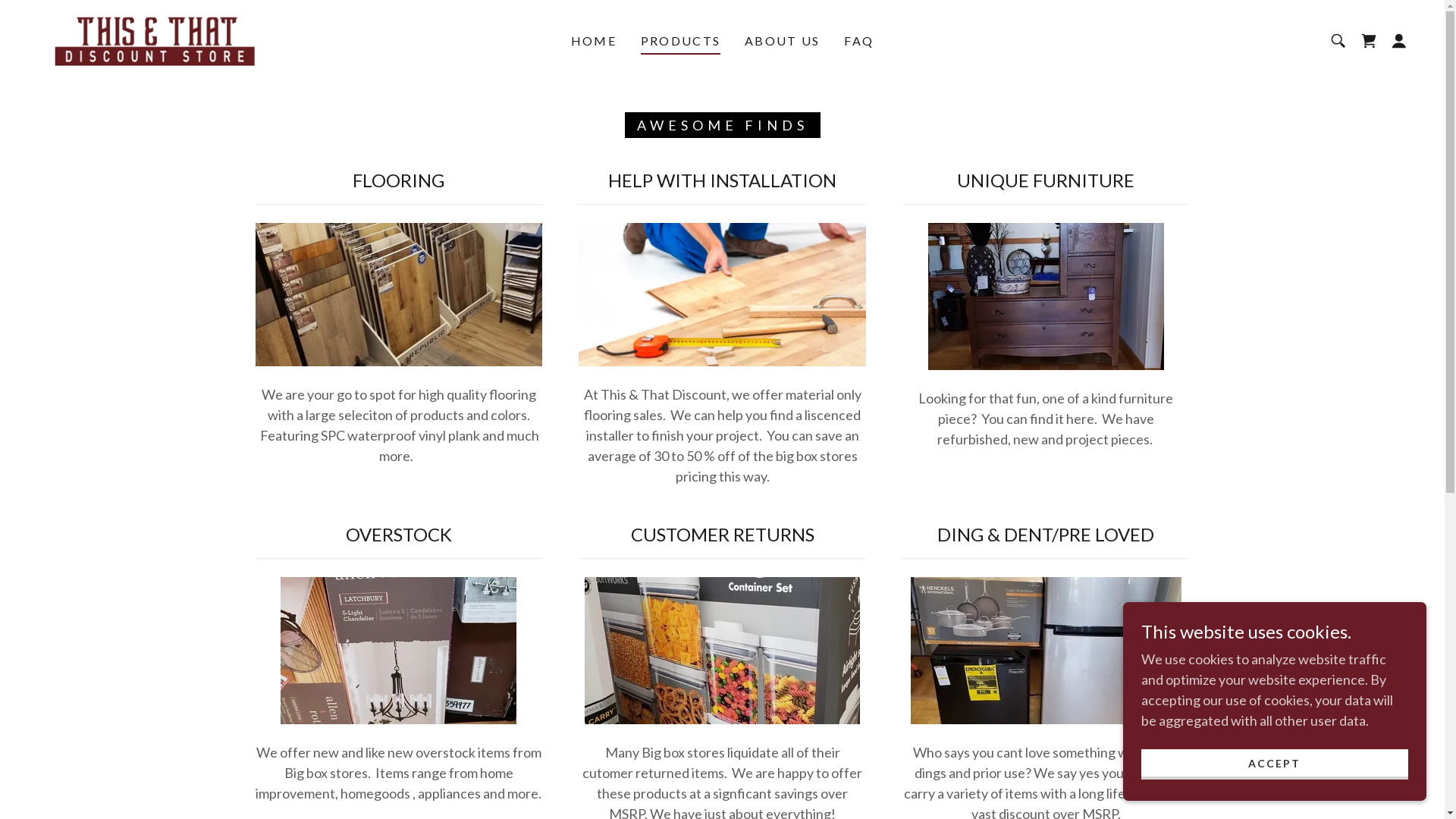 This screenshot has width=1456, height=819. Describe the element at coordinates (156, 37) in the screenshot. I see `'This & That Discount Store'` at that location.